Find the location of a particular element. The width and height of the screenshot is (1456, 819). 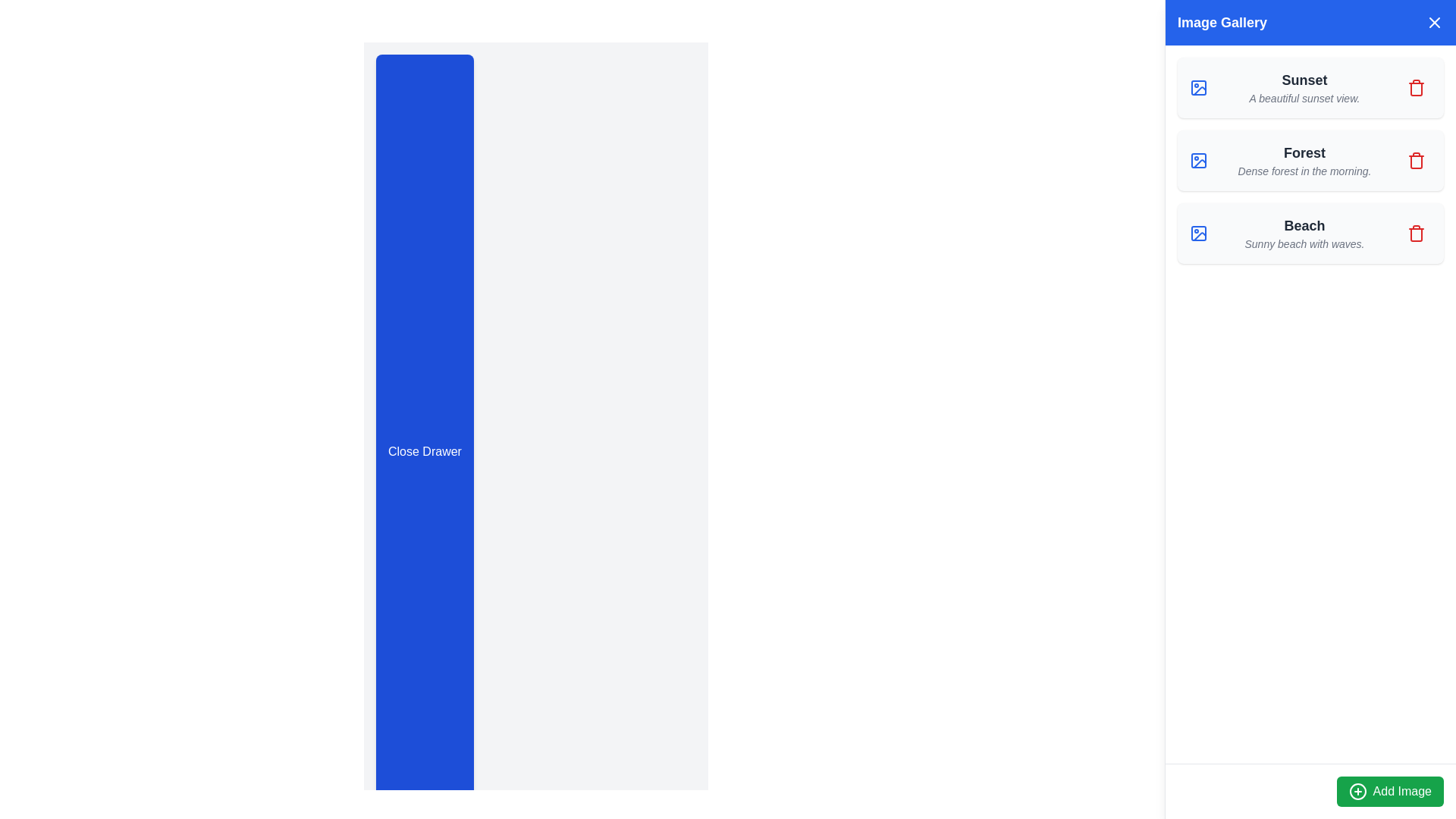

the close button located at the top-right corner of the 'Image Gallery' panel is located at coordinates (1433, 23).